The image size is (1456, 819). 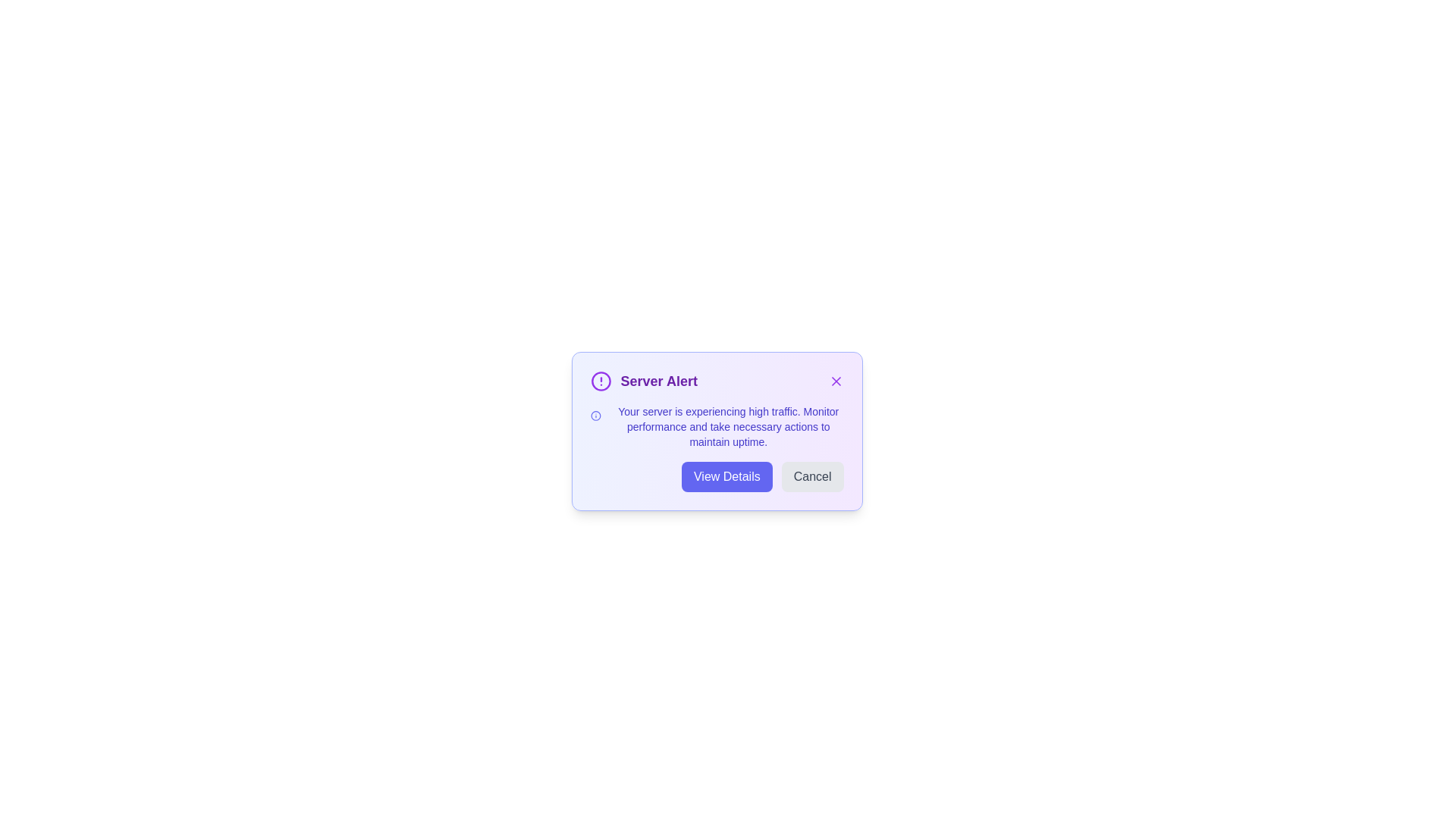 What do you see at coordinates (835, 380) in the screenshot?
I see `close button to dismiss the alert` at bounding box center [835, 380].